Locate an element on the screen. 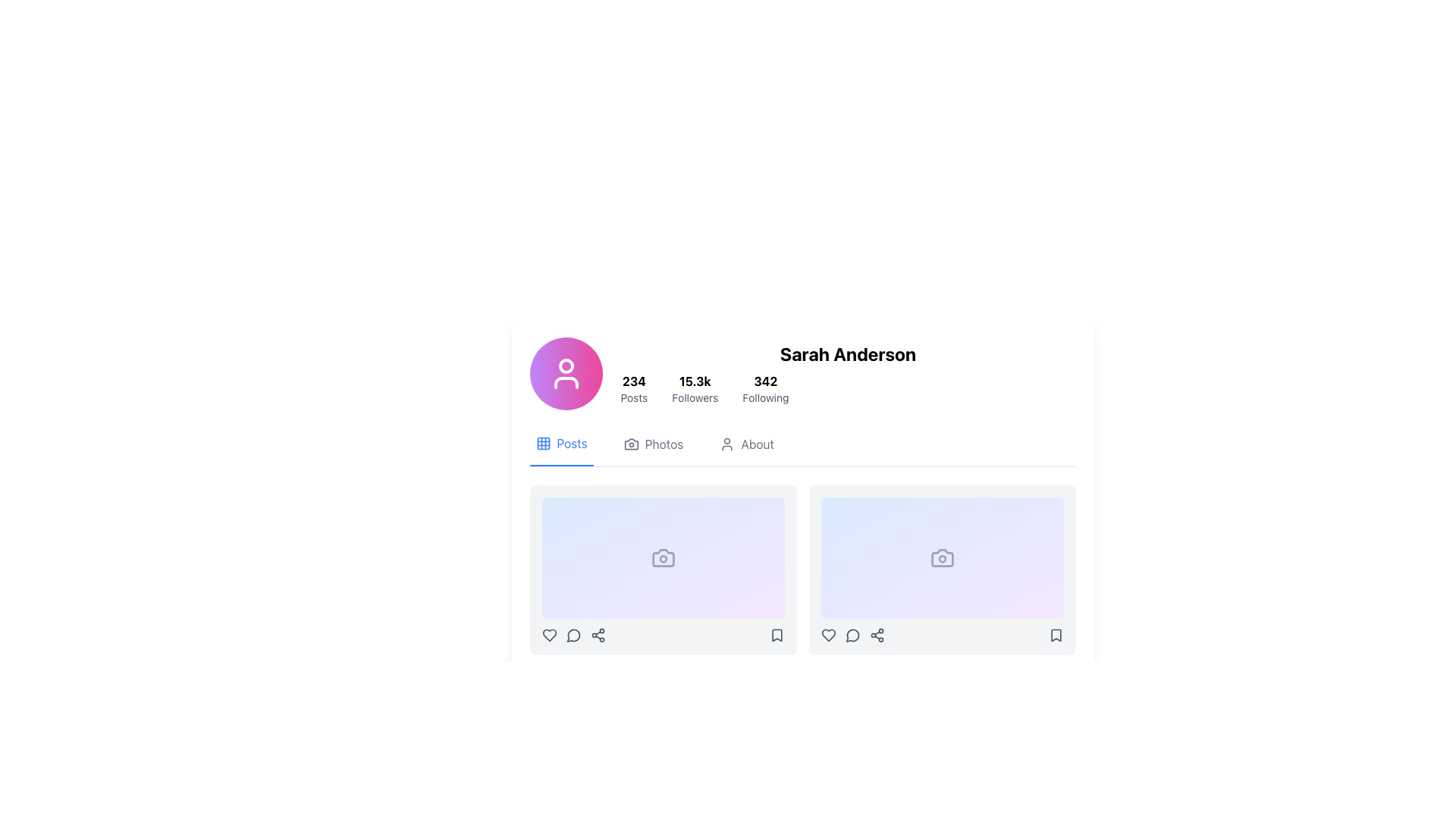  the bold numeric text component displaying '15.3k', which indicates a count related to user statistics, positioned above the text 'Followers' is located at coordinates (694, 380).